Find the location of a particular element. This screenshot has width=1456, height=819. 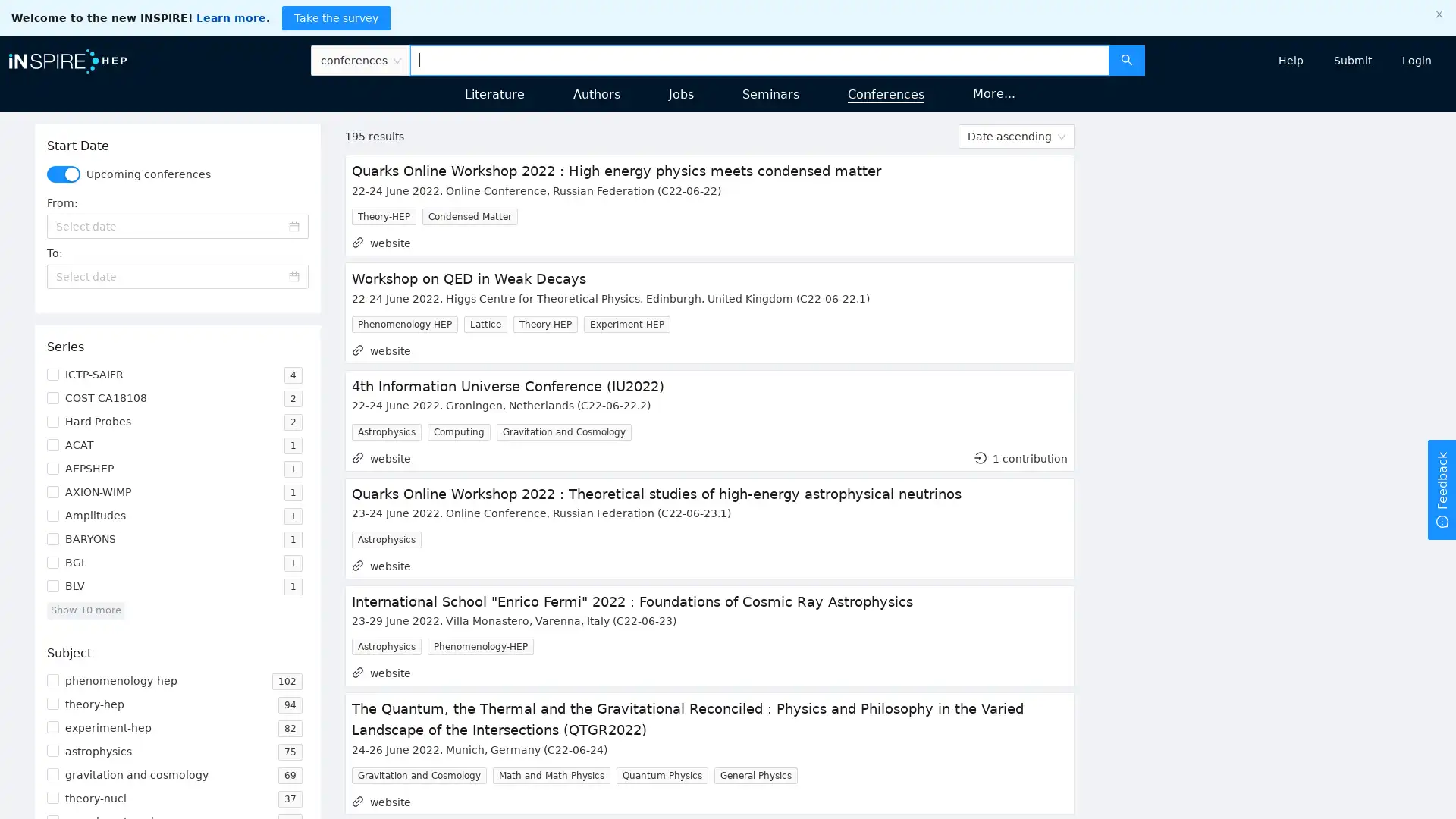

Show 10 more is located at coordinates (84, 609).